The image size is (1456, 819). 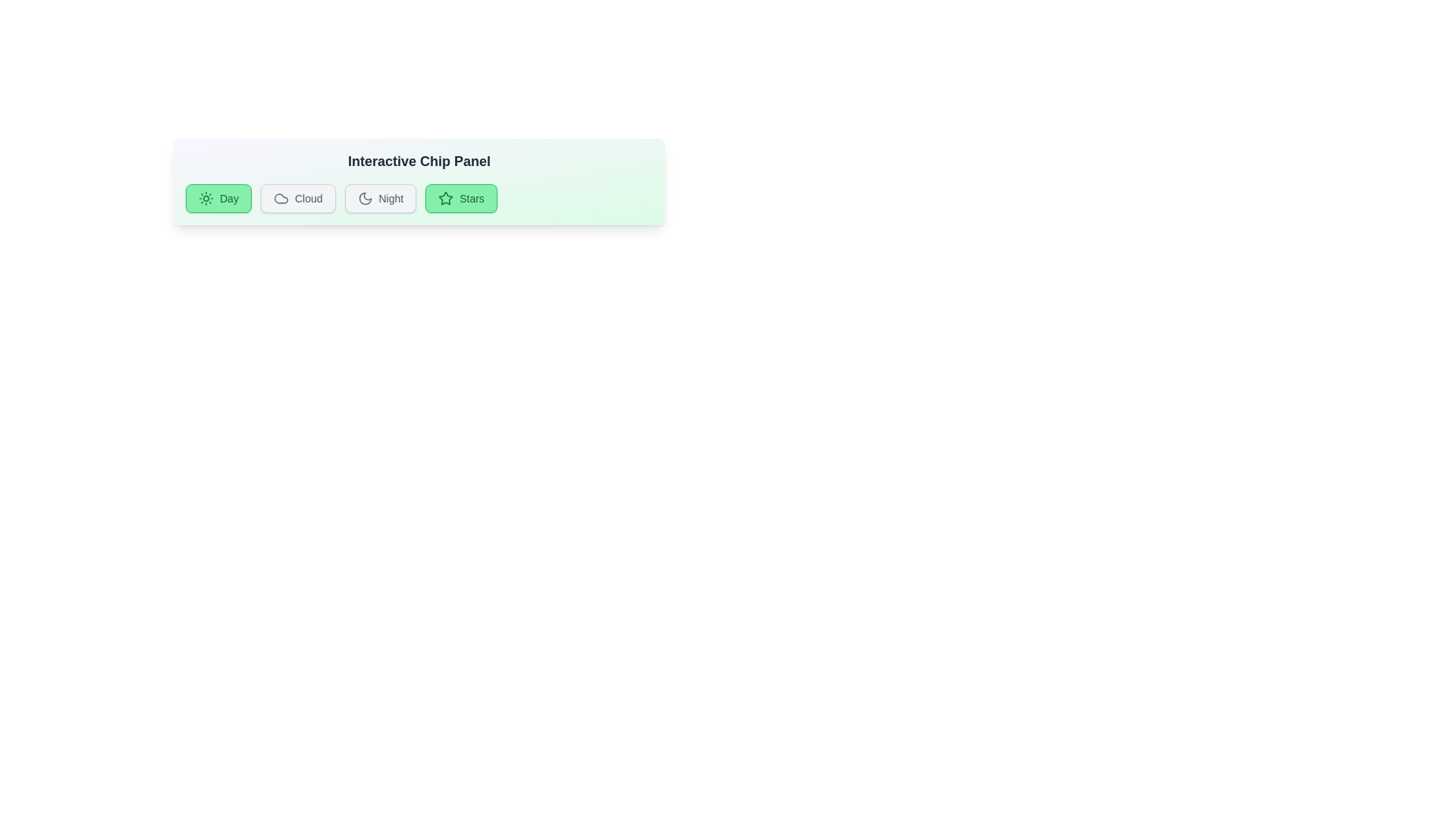 I want to click on the chip labeled Cloud, so click(x=298, y=198).